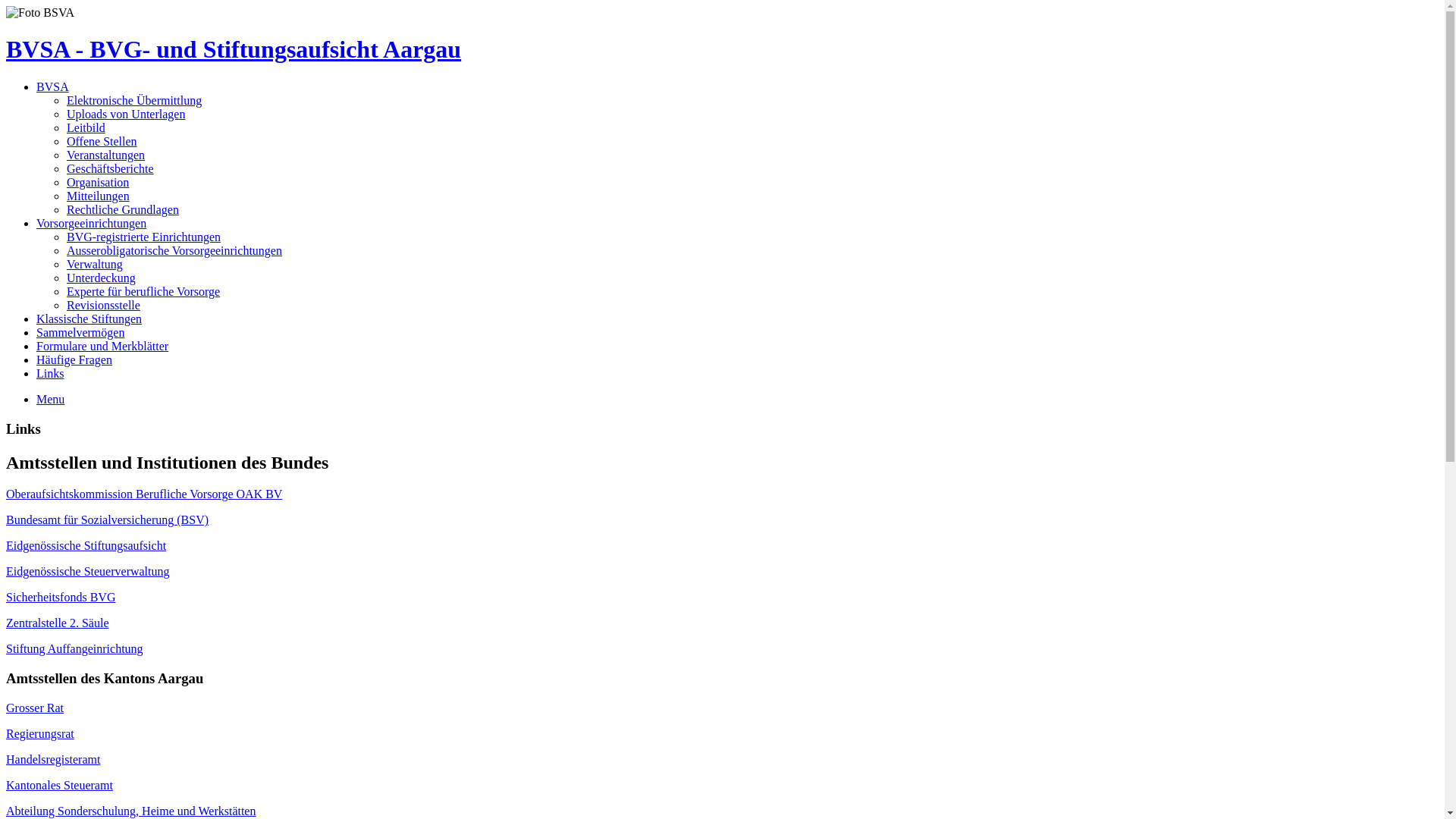 The height and width of the screenshot is (819, 1456). I want to click on 'Mitteilungen', so click(97, 195).